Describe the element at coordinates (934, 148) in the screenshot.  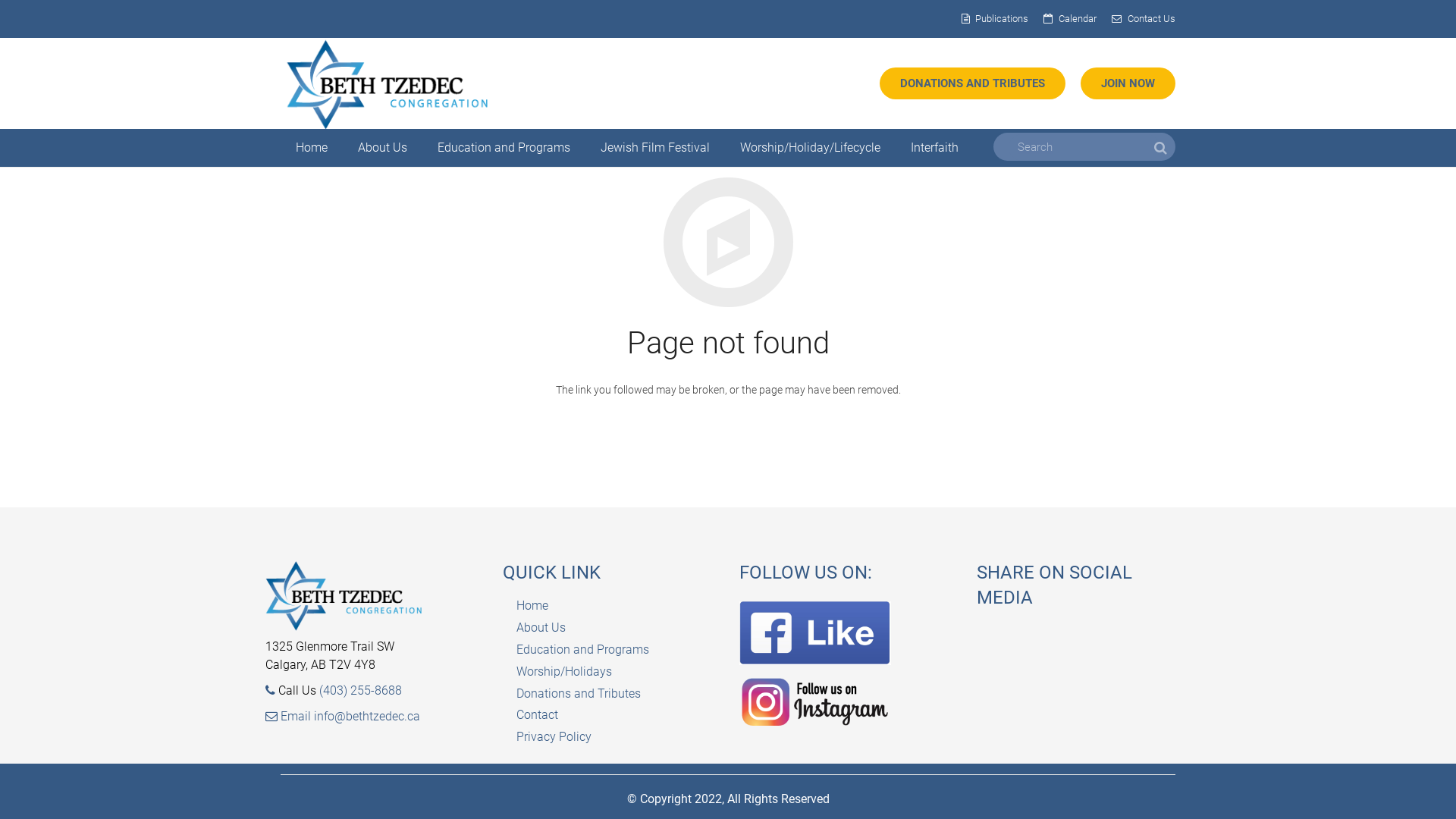
I see `'Interfaith'` at that location.